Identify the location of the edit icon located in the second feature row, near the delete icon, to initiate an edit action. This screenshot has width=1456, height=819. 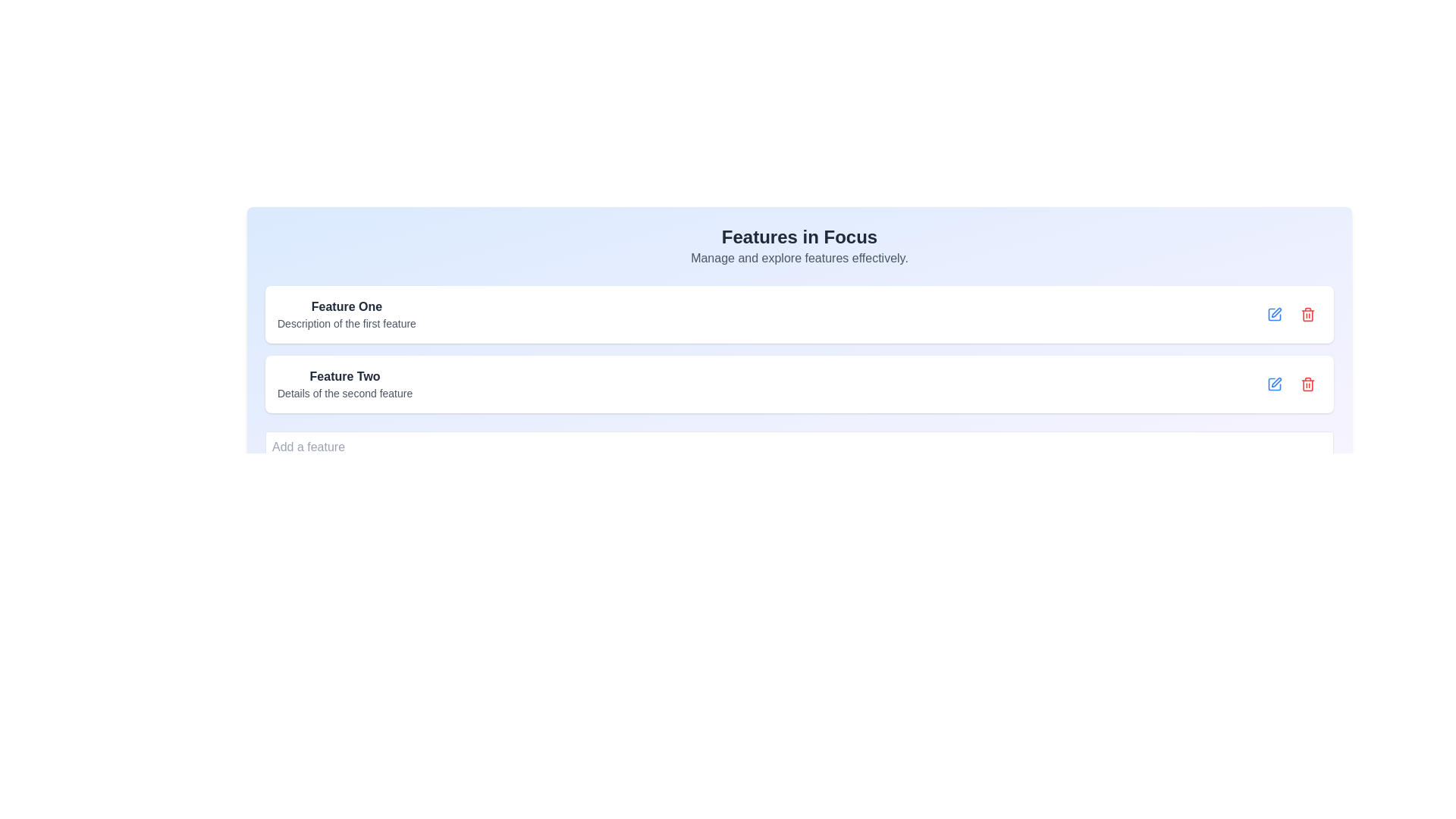
(1276, 381).